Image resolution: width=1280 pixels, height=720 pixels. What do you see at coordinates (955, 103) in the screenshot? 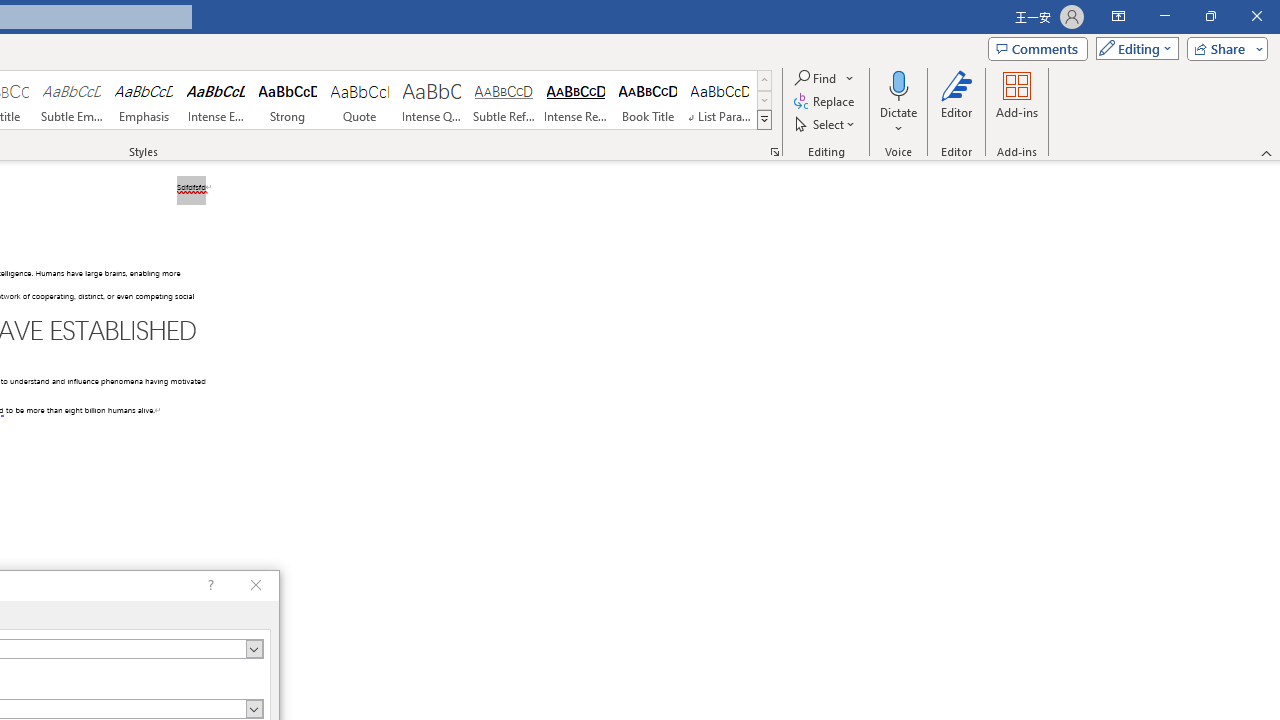
I see `'Editor'` at bounding box center [955, 103].